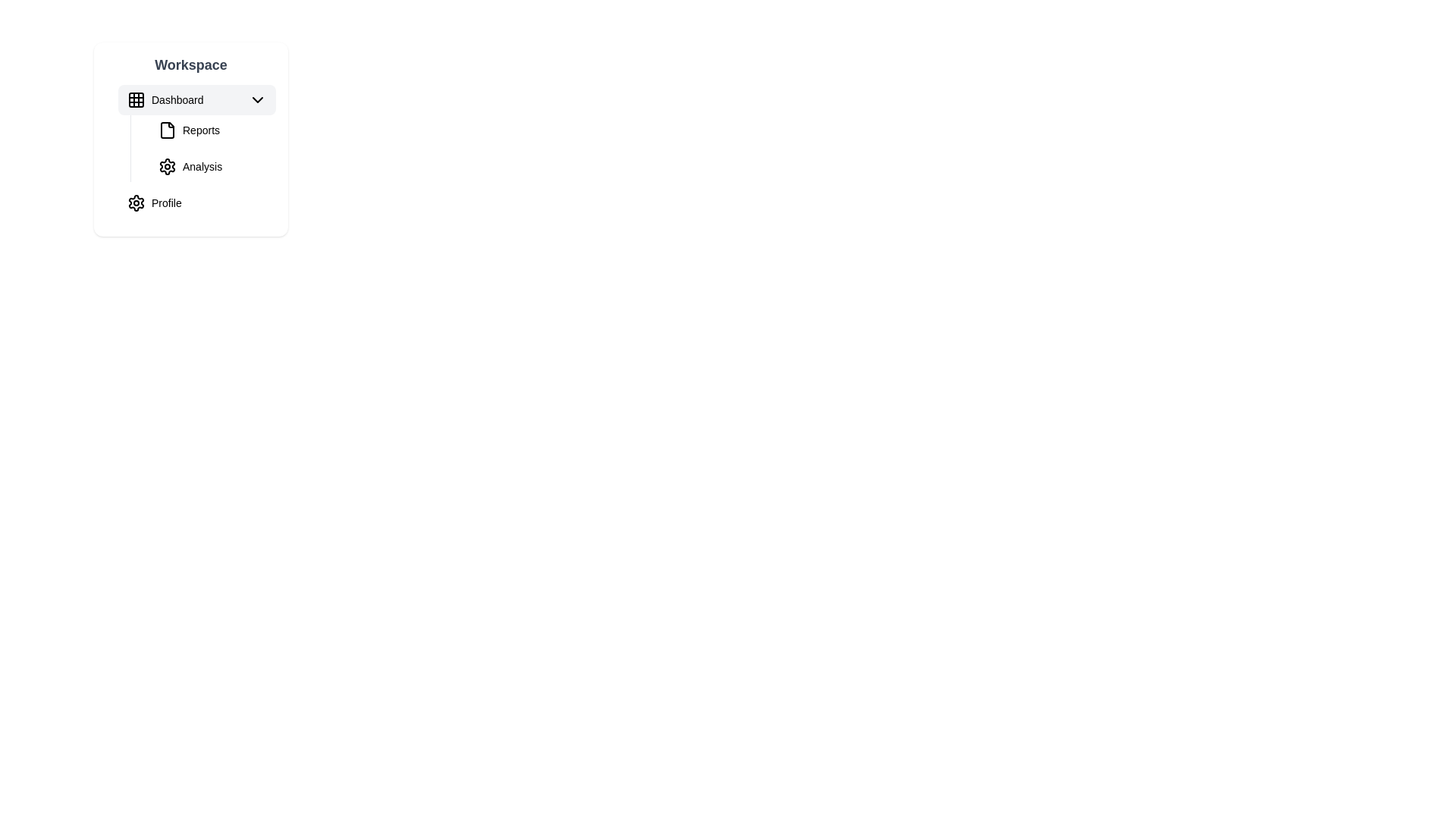 The height and width of the screenshot is (819, 1456). What do you see at coordinates (136, 202) in the screenshot?
I see `the gear-shaped icon next to the 'Profile' text to interact with the settings entry` at bounding box center [136, 202].